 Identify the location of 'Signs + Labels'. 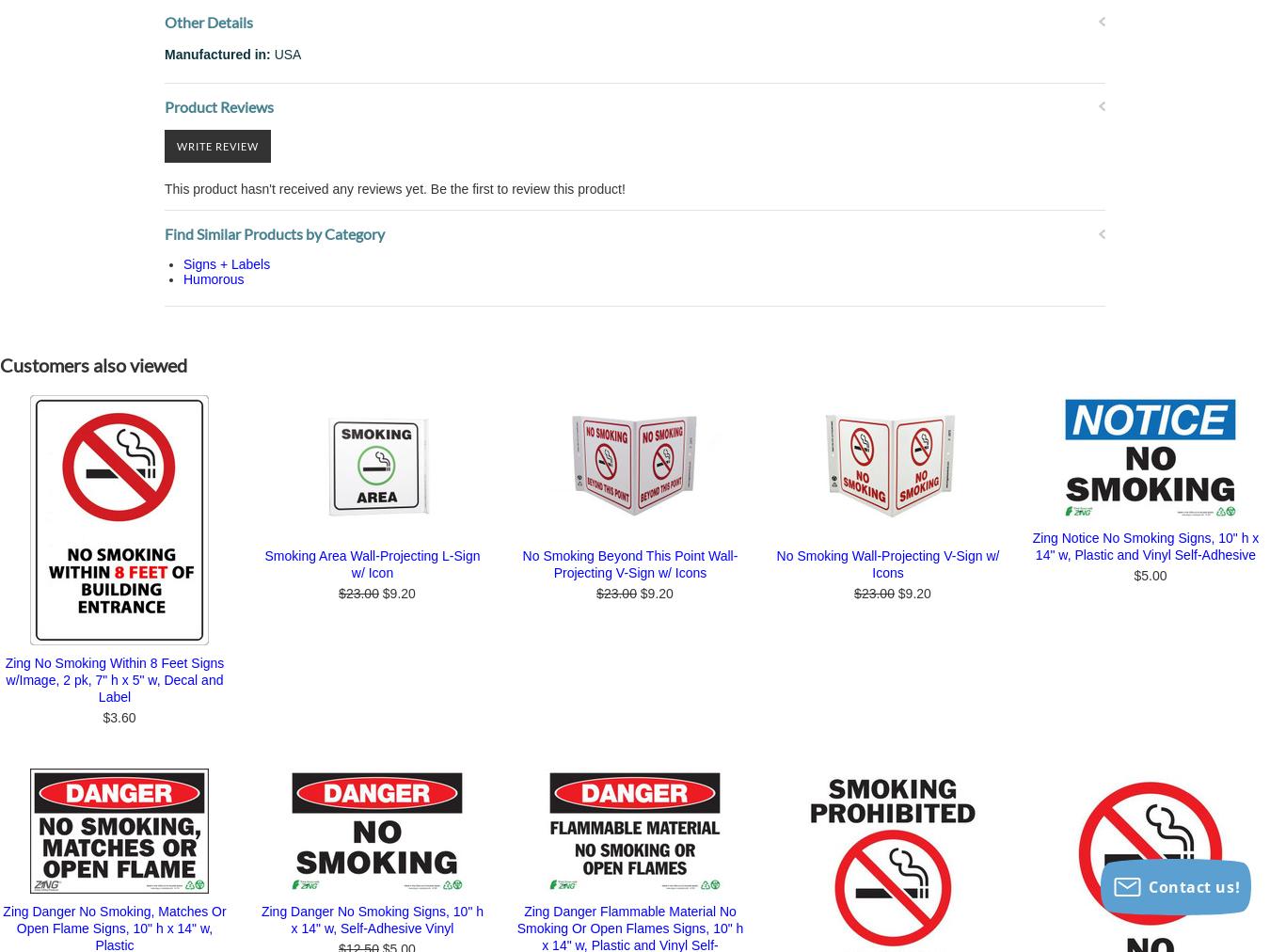
(225, 263).